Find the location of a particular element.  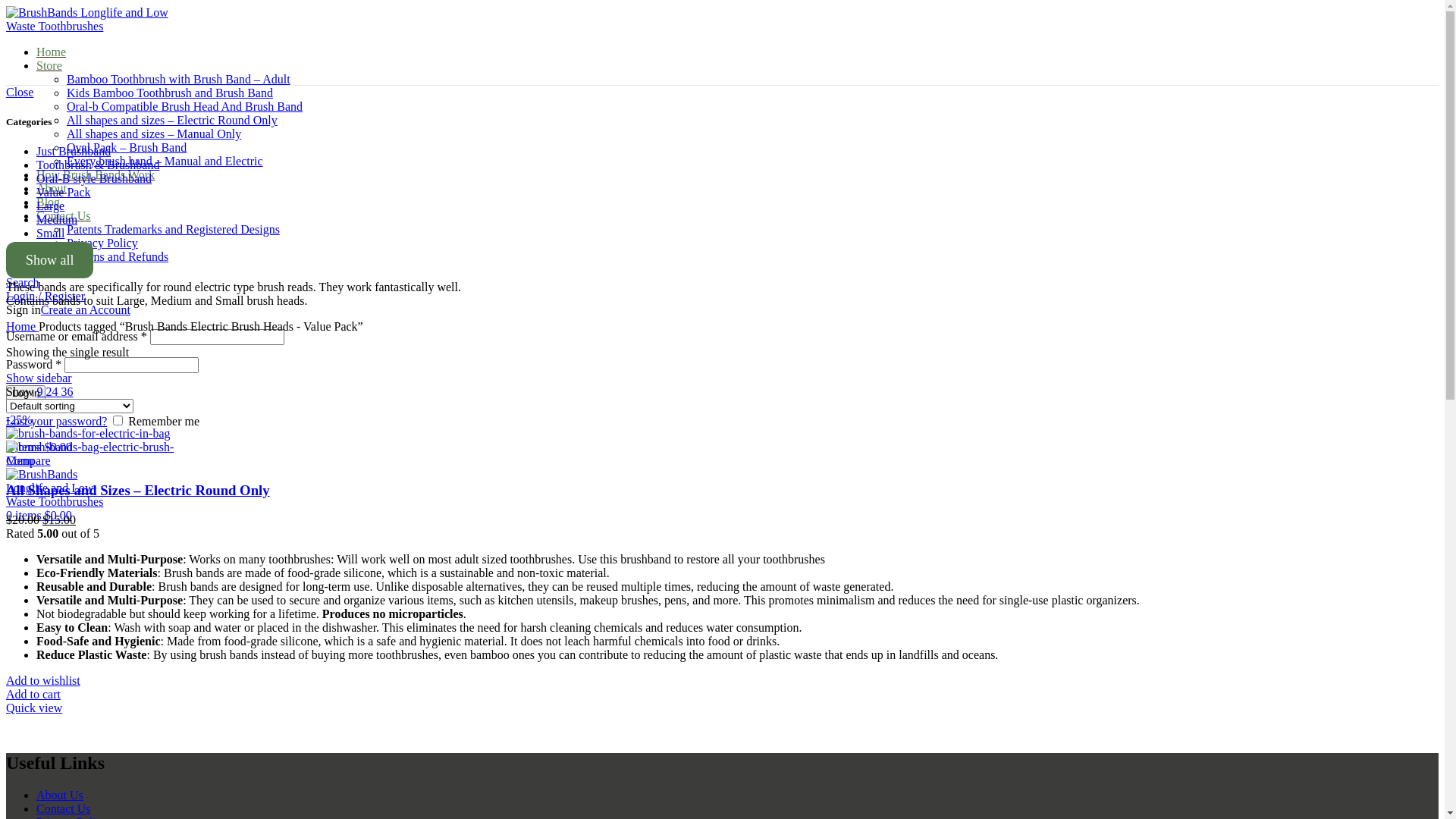

'Patents Trademarks and Registered Designs' is located at coordinates (173, 229).